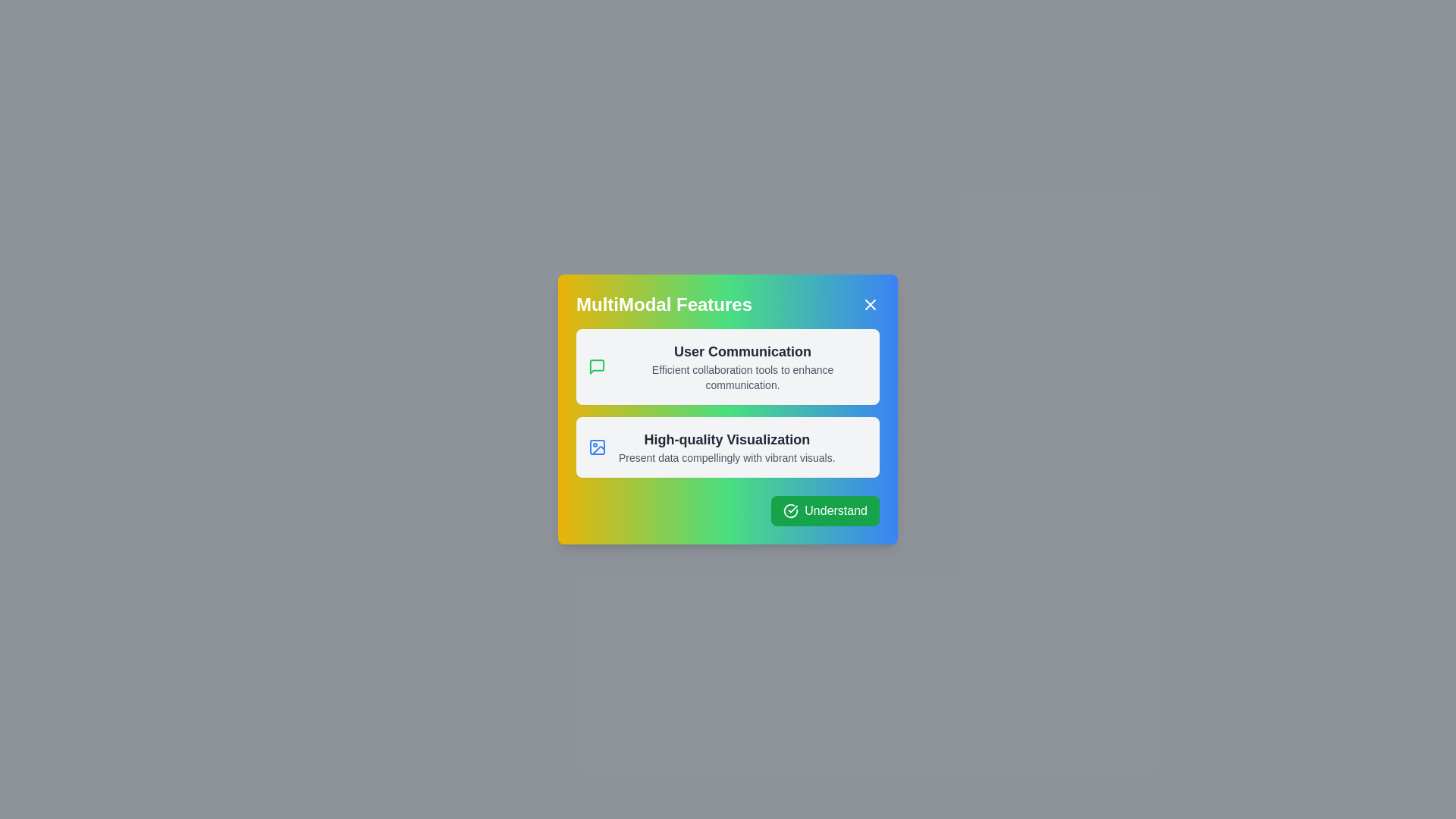 The height and width of the screenshot is (819, 1456). I want to click on the 'Understand' button to confirm and close the dialog, so click(824, 511).